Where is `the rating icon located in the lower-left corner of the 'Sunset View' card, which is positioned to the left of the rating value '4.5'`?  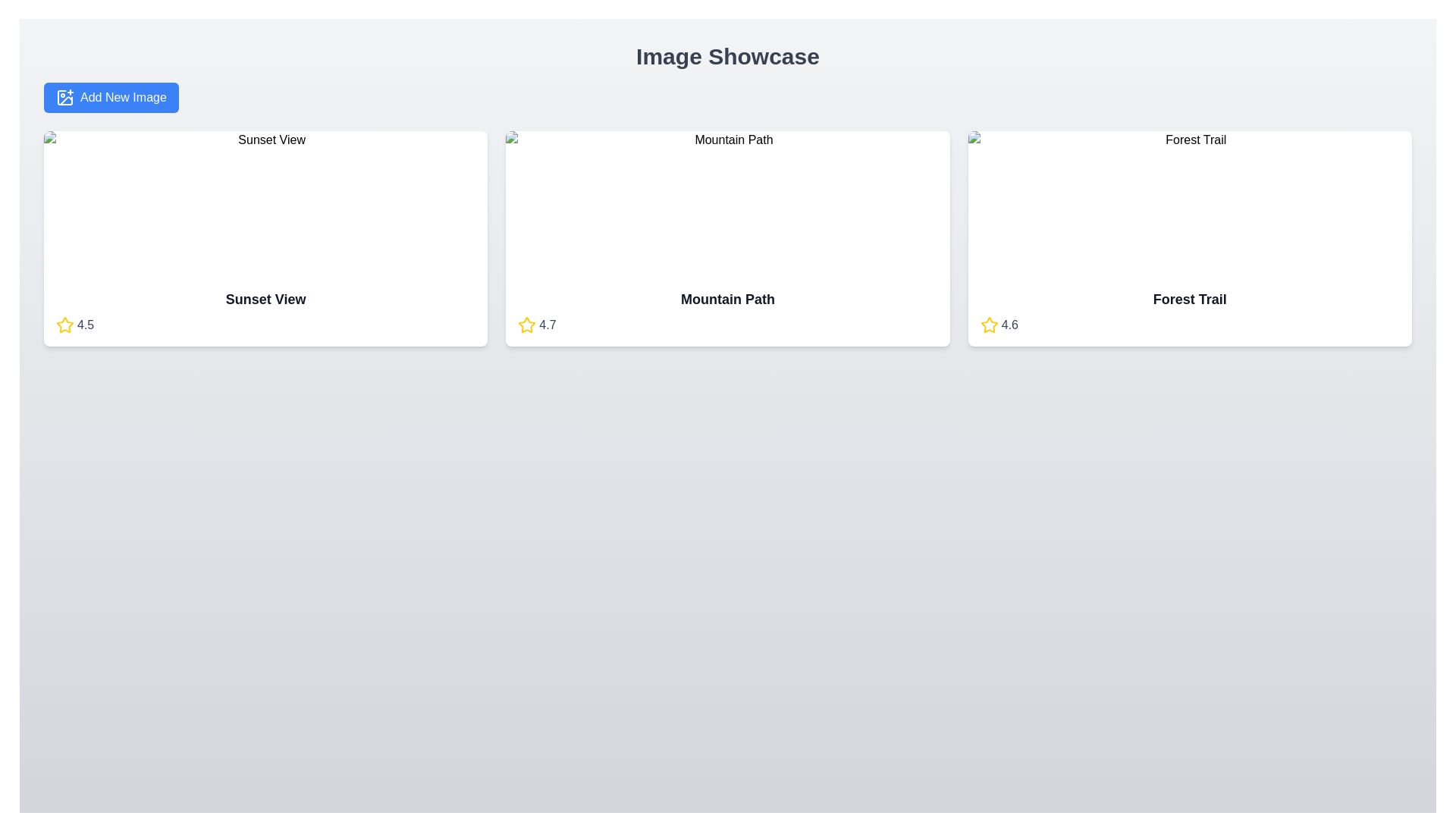 the rating icon located in the lower-left corner of the 'Sunset View' card, which is positioned to the left of the rating value '4.5' is located at coordinates (64, 324).